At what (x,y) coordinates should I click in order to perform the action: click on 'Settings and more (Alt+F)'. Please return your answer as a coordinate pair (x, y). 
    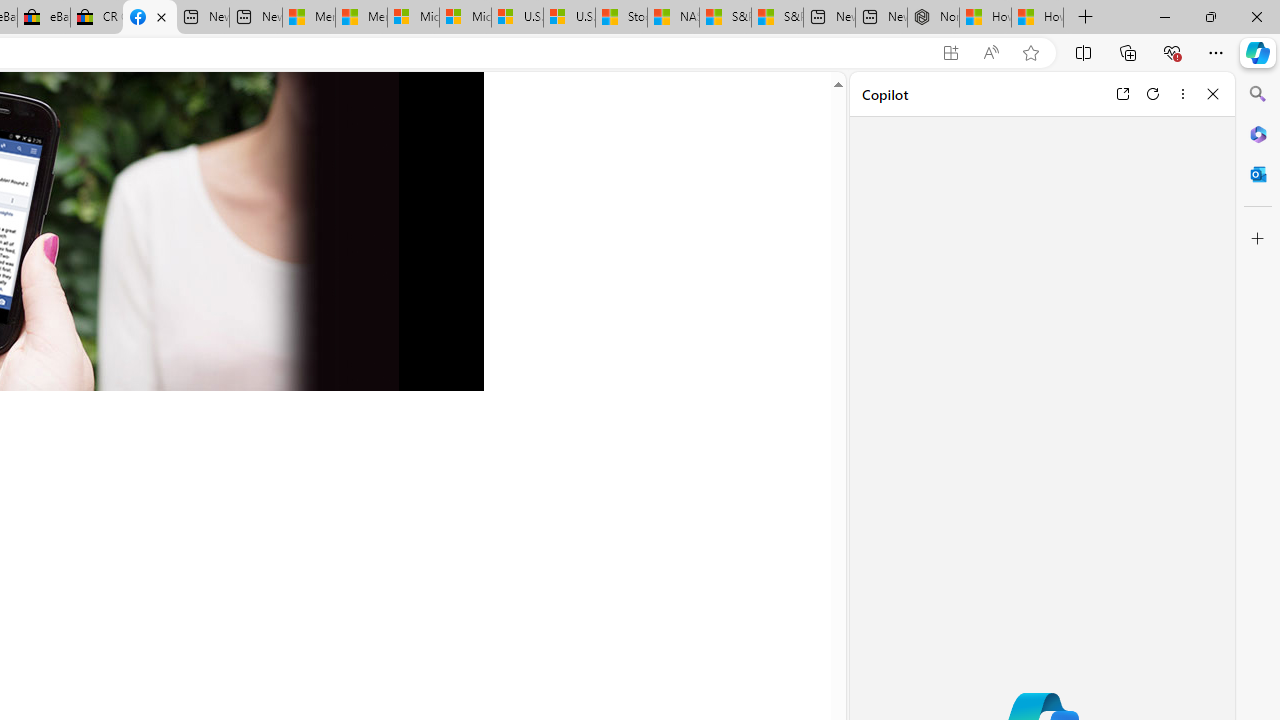
    Looking at the image, I should click on (1215, 51).